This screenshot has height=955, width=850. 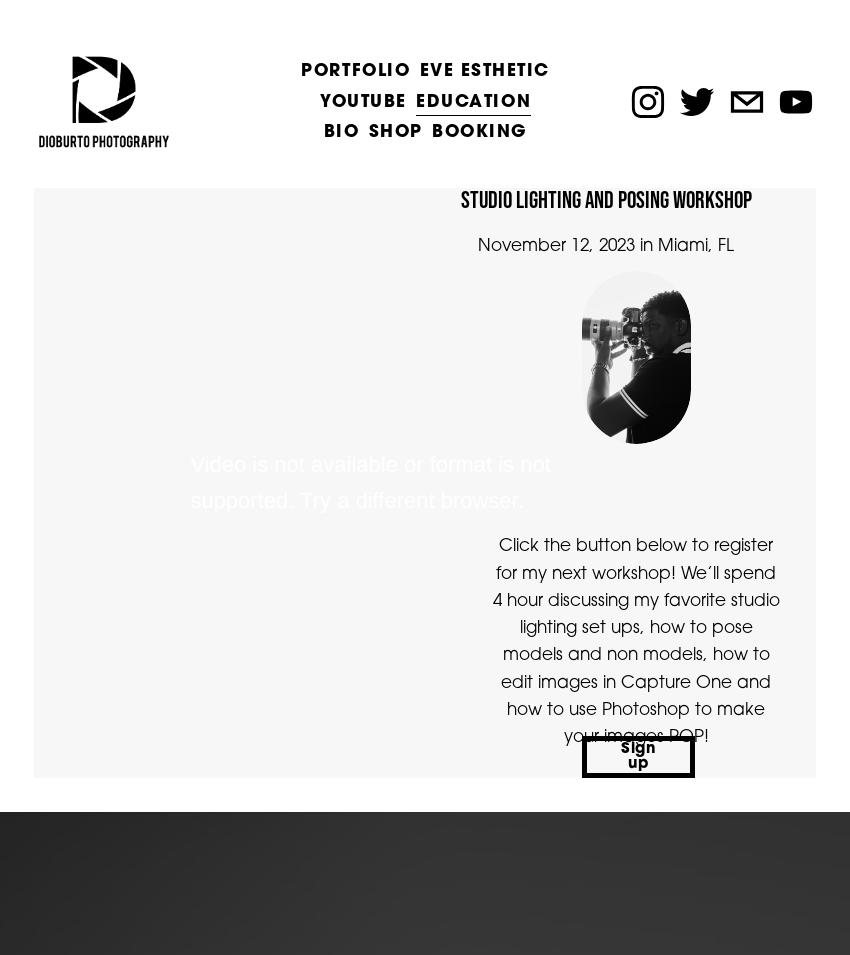 I want to click on 'Sign up', so click(x=638, y=775).